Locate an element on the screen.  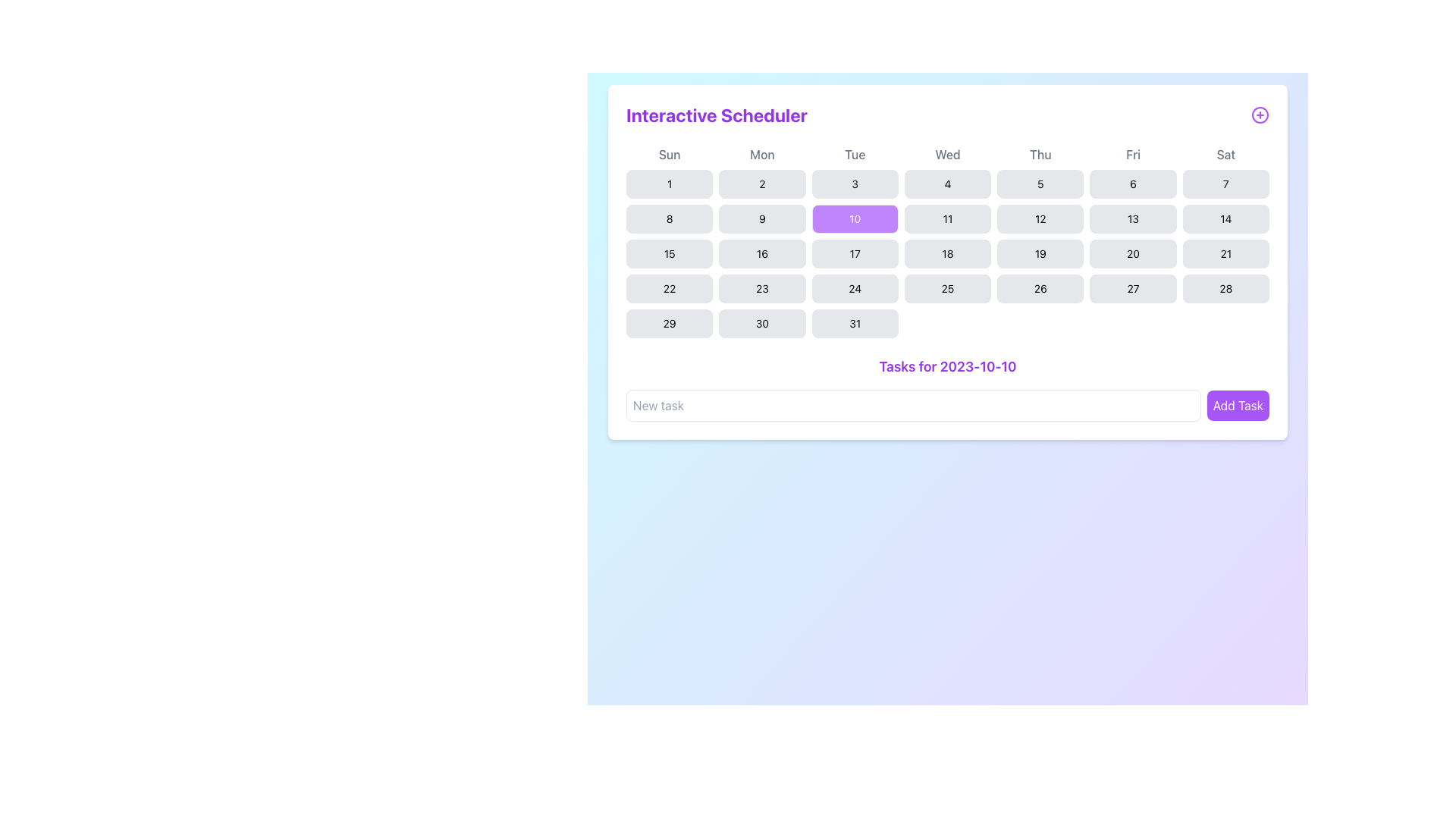
the rounded rectangular button displaying the number '26' is located at coordinates (1040, 289).